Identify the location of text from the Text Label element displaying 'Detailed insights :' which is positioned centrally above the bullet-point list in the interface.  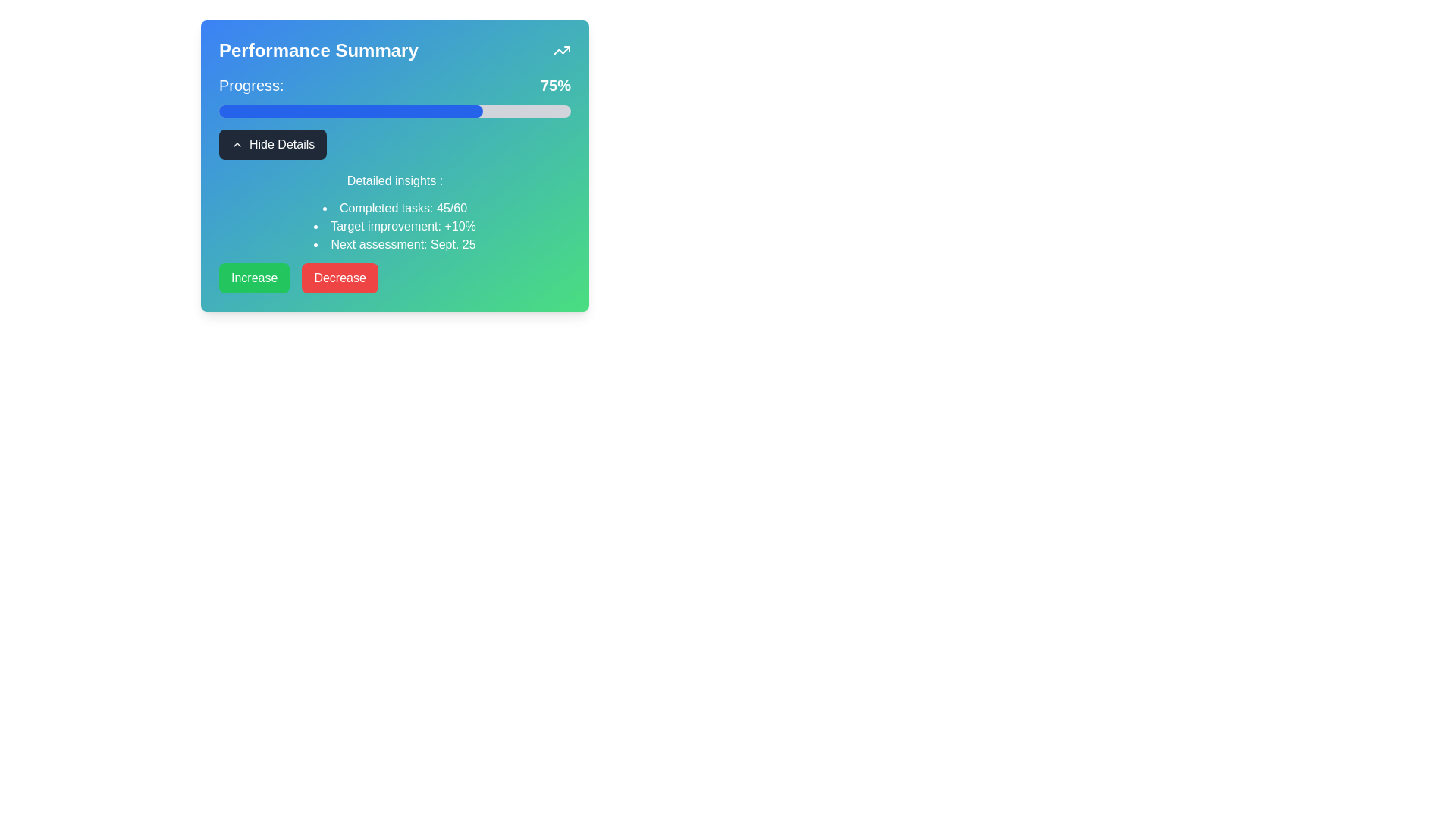
(395, 180).